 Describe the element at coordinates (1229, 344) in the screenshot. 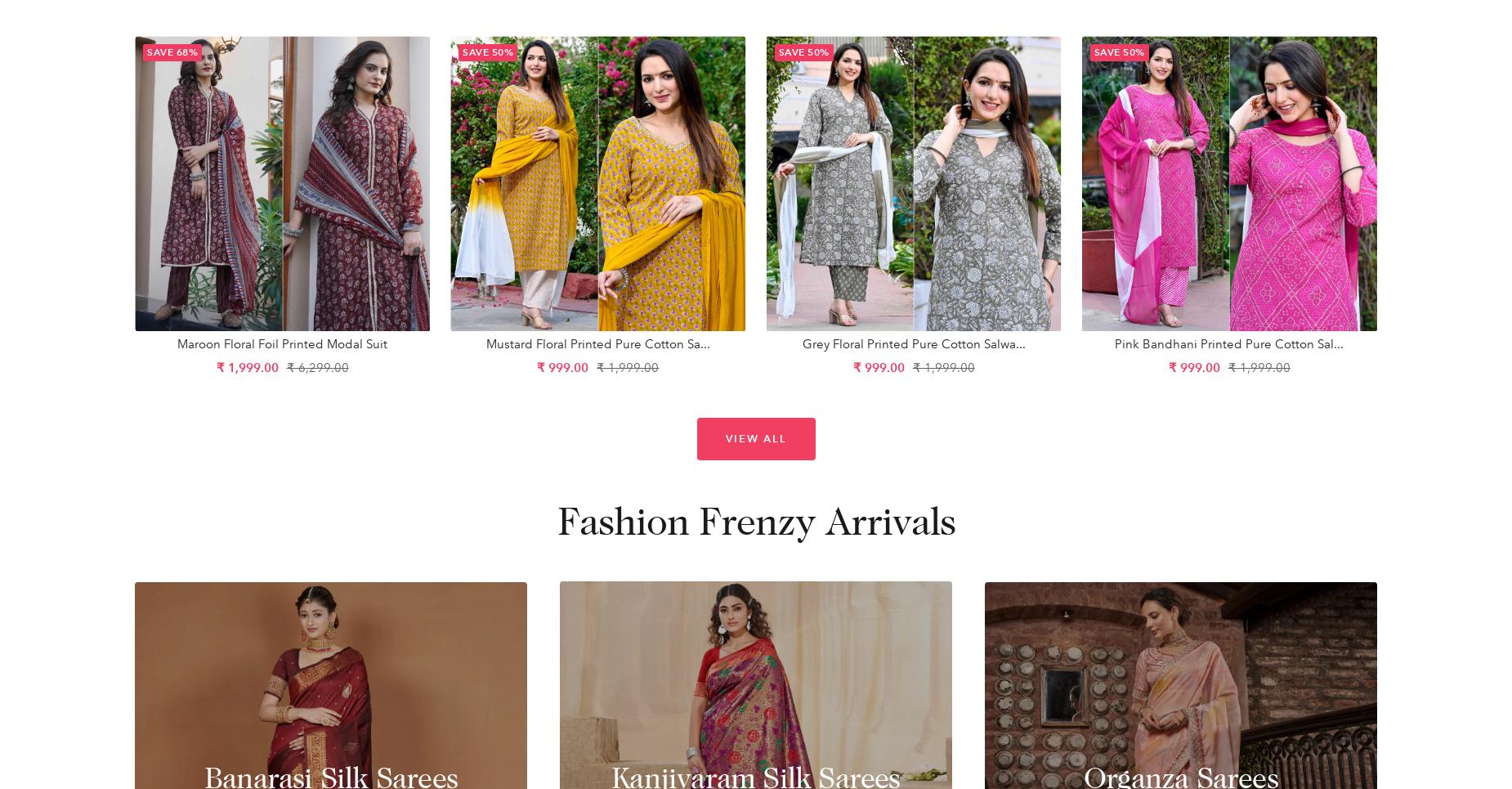

I see `'Pink Bandhani Printed Pure Cotton Sal...'` at that location.